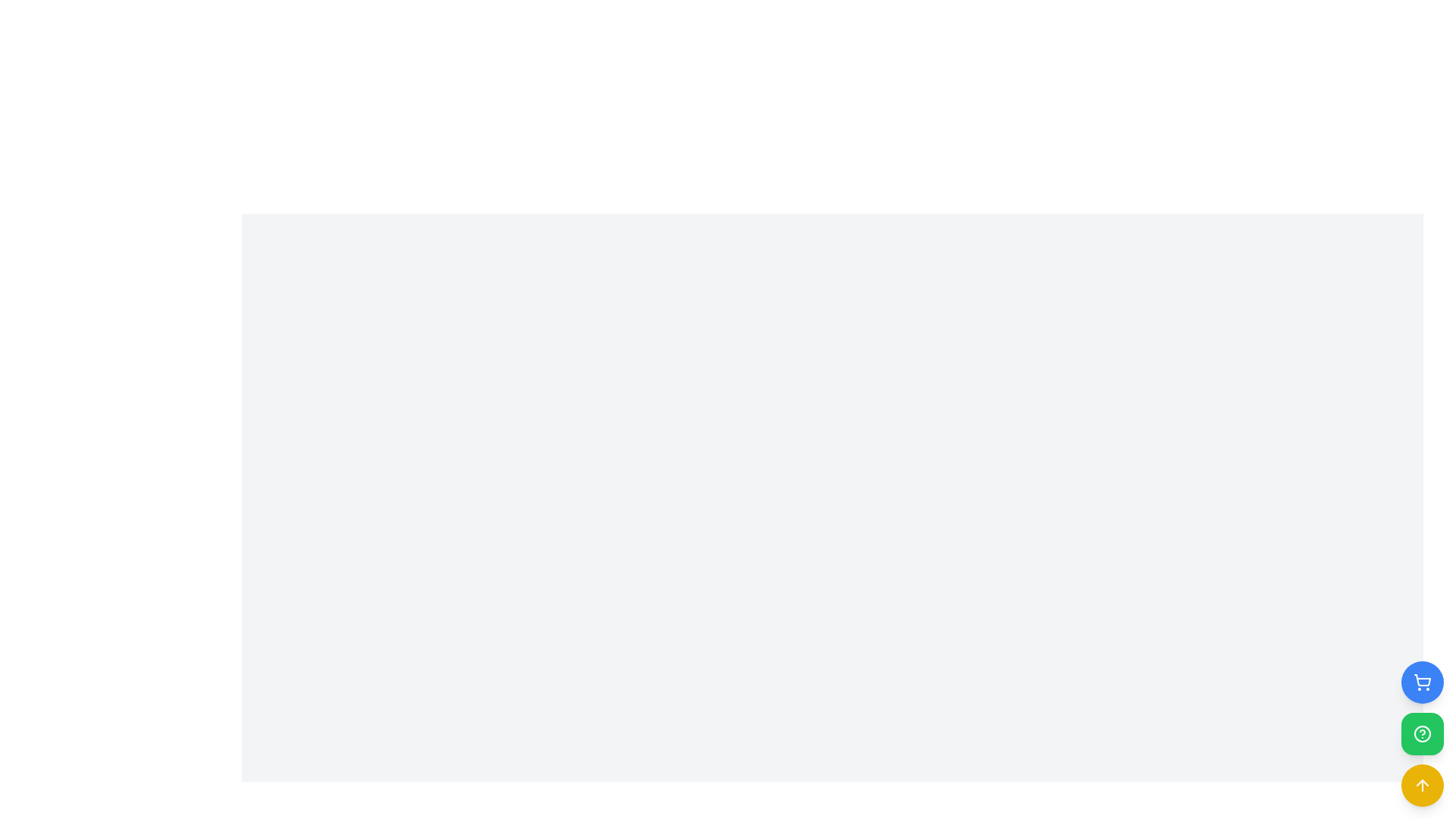 Image resolution: width=1456 pixels, height=819 pixels. What do you see at coordinates (1422, 733) in the screenshot?
I see `the middle green button with a question mark icon in a vertically-aligned sequence of three circular buttons located in the bottom-right corner of the interface` at bounding box center [1422, 733].